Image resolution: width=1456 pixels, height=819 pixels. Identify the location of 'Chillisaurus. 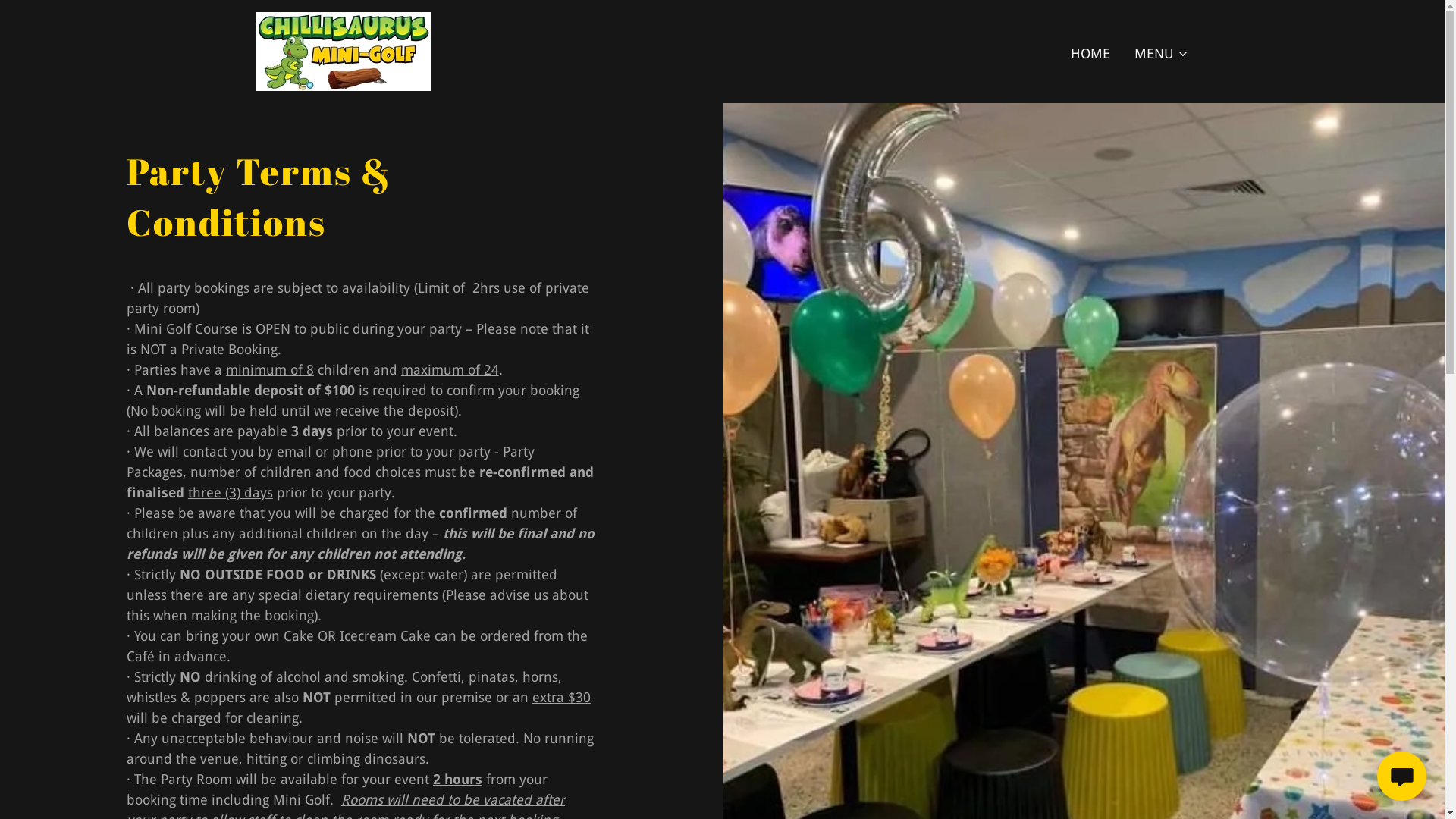
(341, 49).